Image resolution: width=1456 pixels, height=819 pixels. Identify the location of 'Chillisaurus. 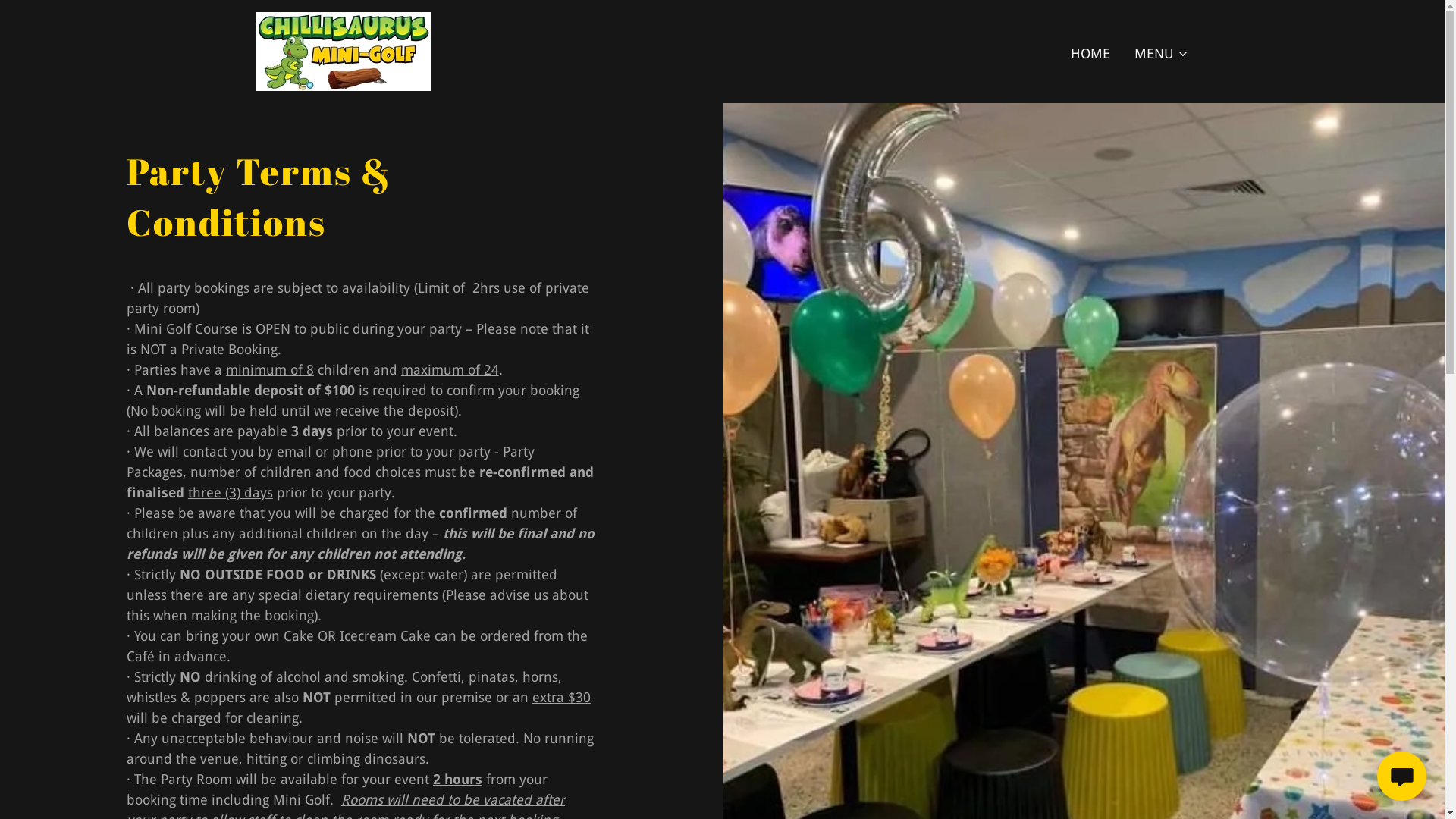
(341, 49).